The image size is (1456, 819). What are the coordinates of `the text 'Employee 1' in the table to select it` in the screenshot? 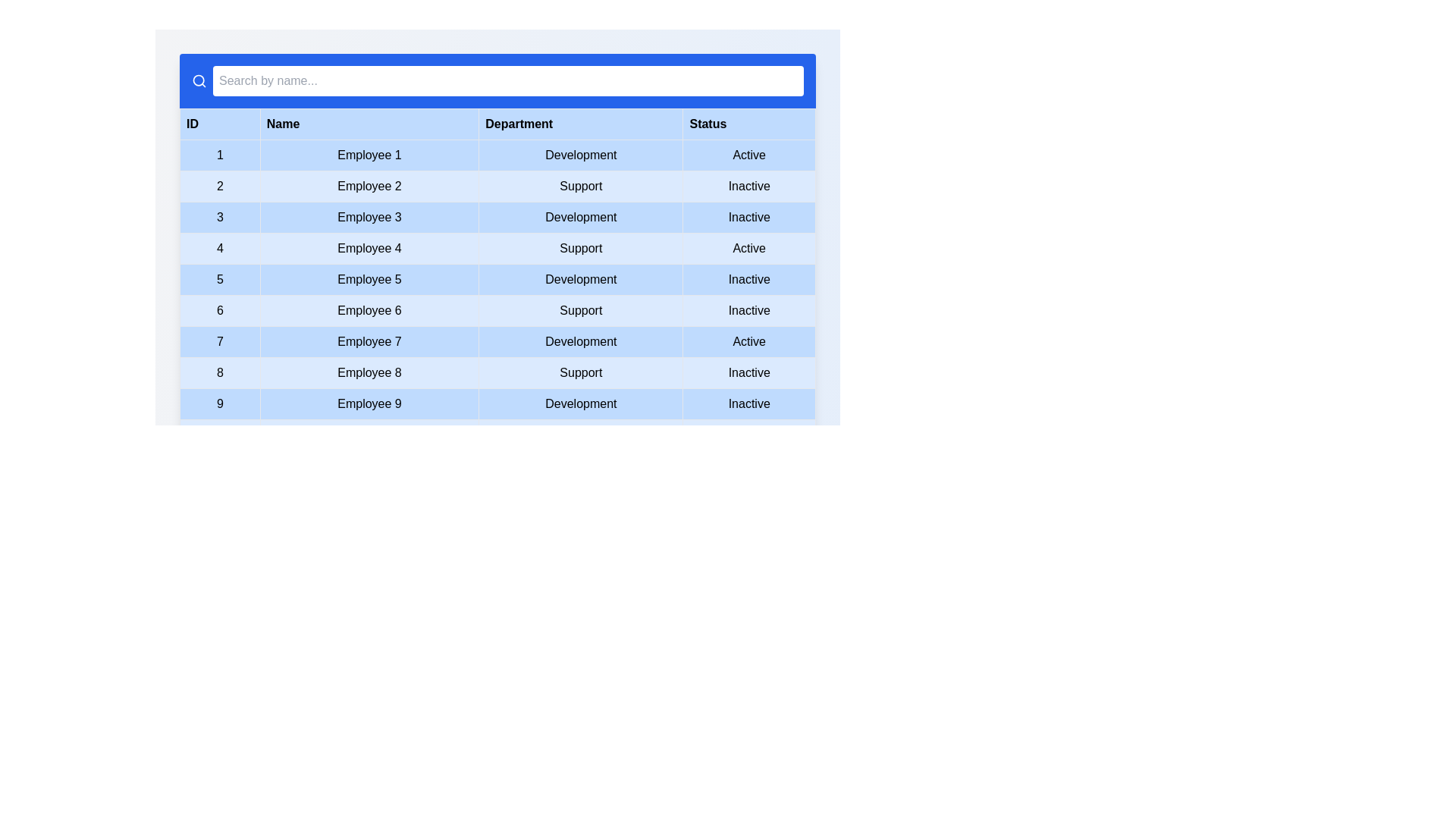 It's located at (369, 155).